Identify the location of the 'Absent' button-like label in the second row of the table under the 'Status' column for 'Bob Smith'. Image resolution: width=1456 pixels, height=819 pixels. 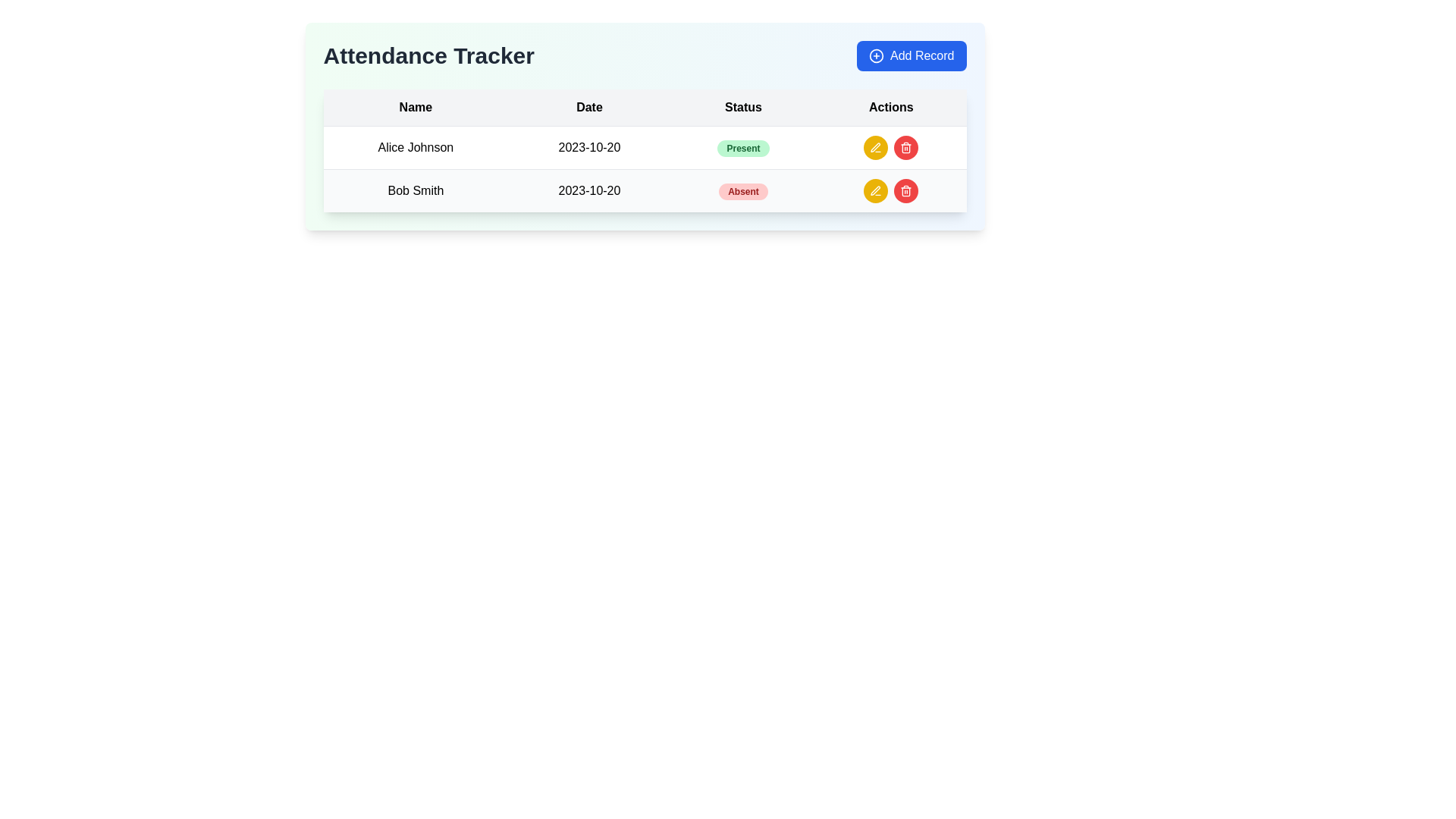
(743, 190).